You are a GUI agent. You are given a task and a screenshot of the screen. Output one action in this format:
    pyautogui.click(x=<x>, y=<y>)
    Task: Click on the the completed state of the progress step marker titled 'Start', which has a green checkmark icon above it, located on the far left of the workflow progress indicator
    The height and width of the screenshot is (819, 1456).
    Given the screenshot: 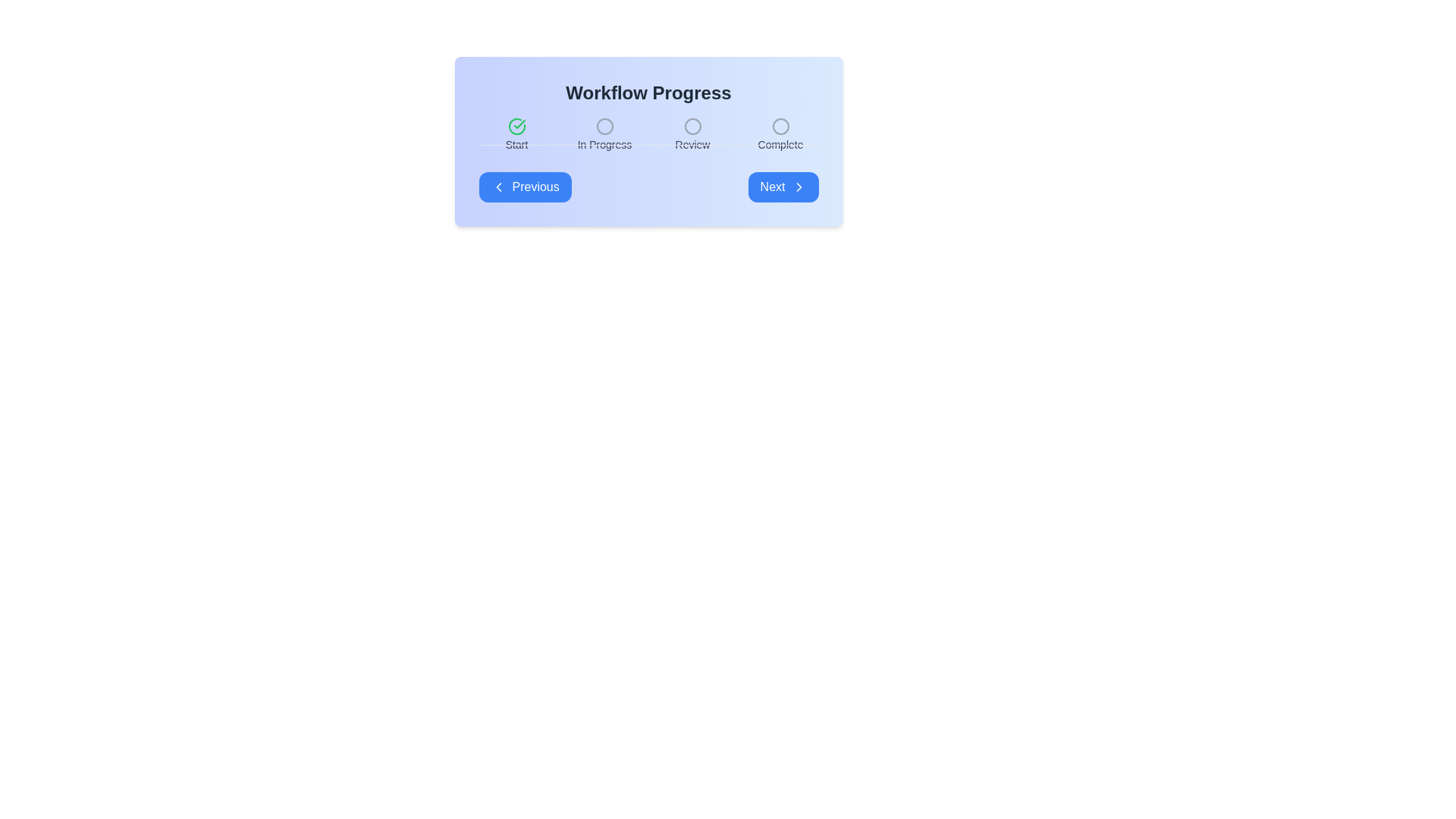 What is the action you would take?
    pyautogui.click(x=516, y=134)
    